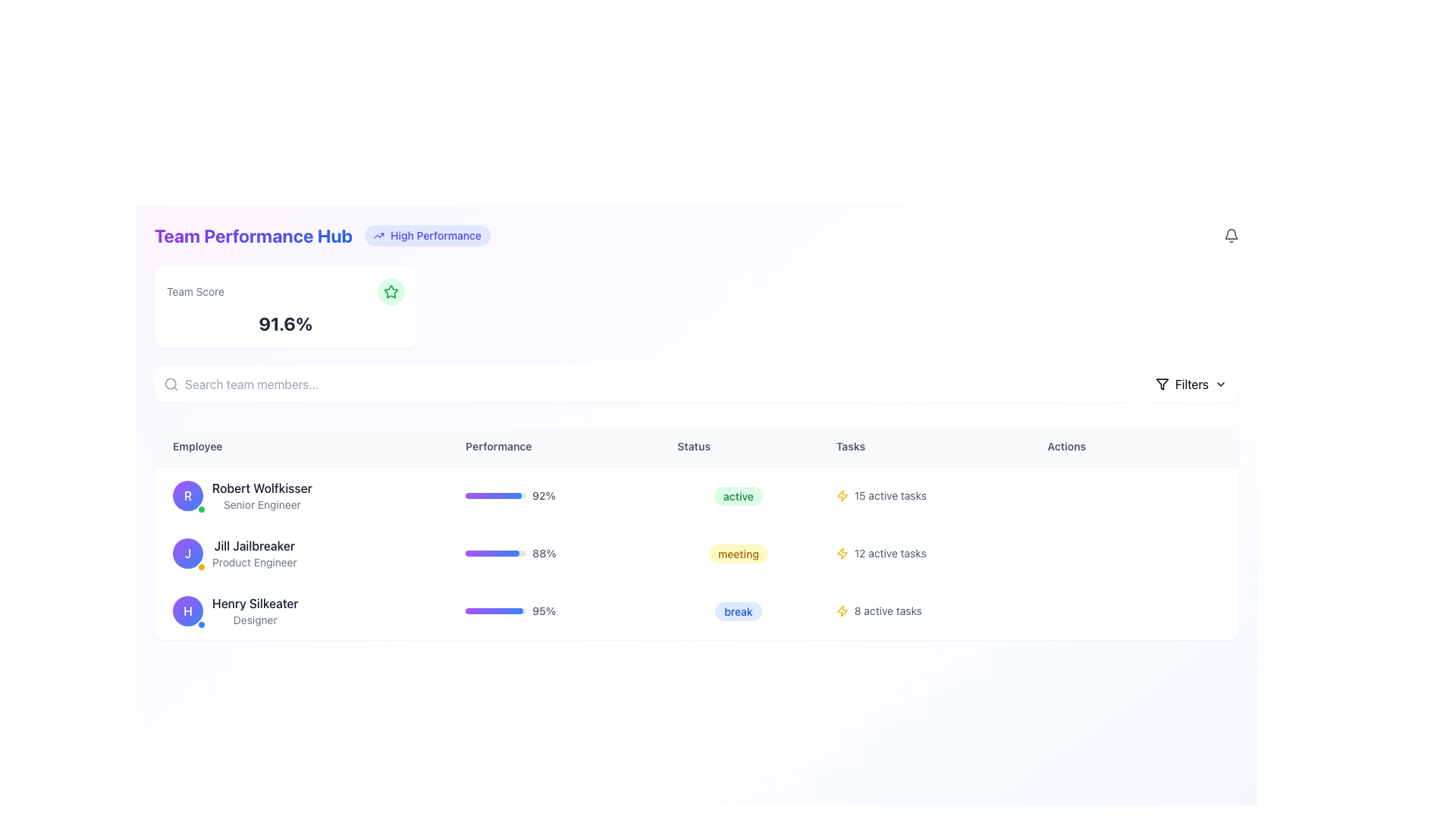  What do you see at coordinates (301, 495) in the screenshot?
I see `the employee list item displaying the profile picture of 'Robert Wolfkisser'` at bounding box center [301, 495].